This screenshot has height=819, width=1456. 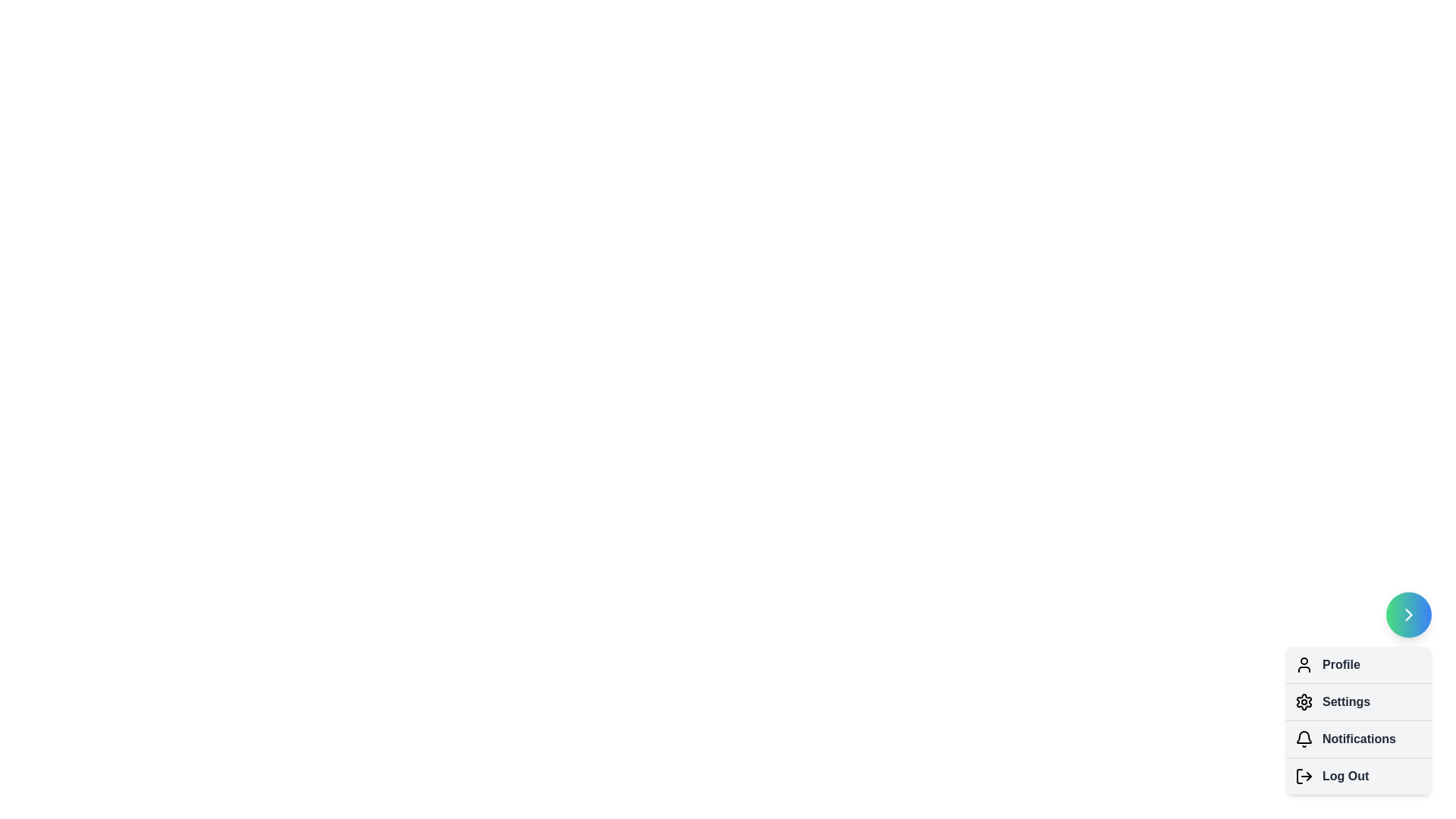 I want to click on the menu option Settings to trigger its associated action, so click(x=1303, y=701).